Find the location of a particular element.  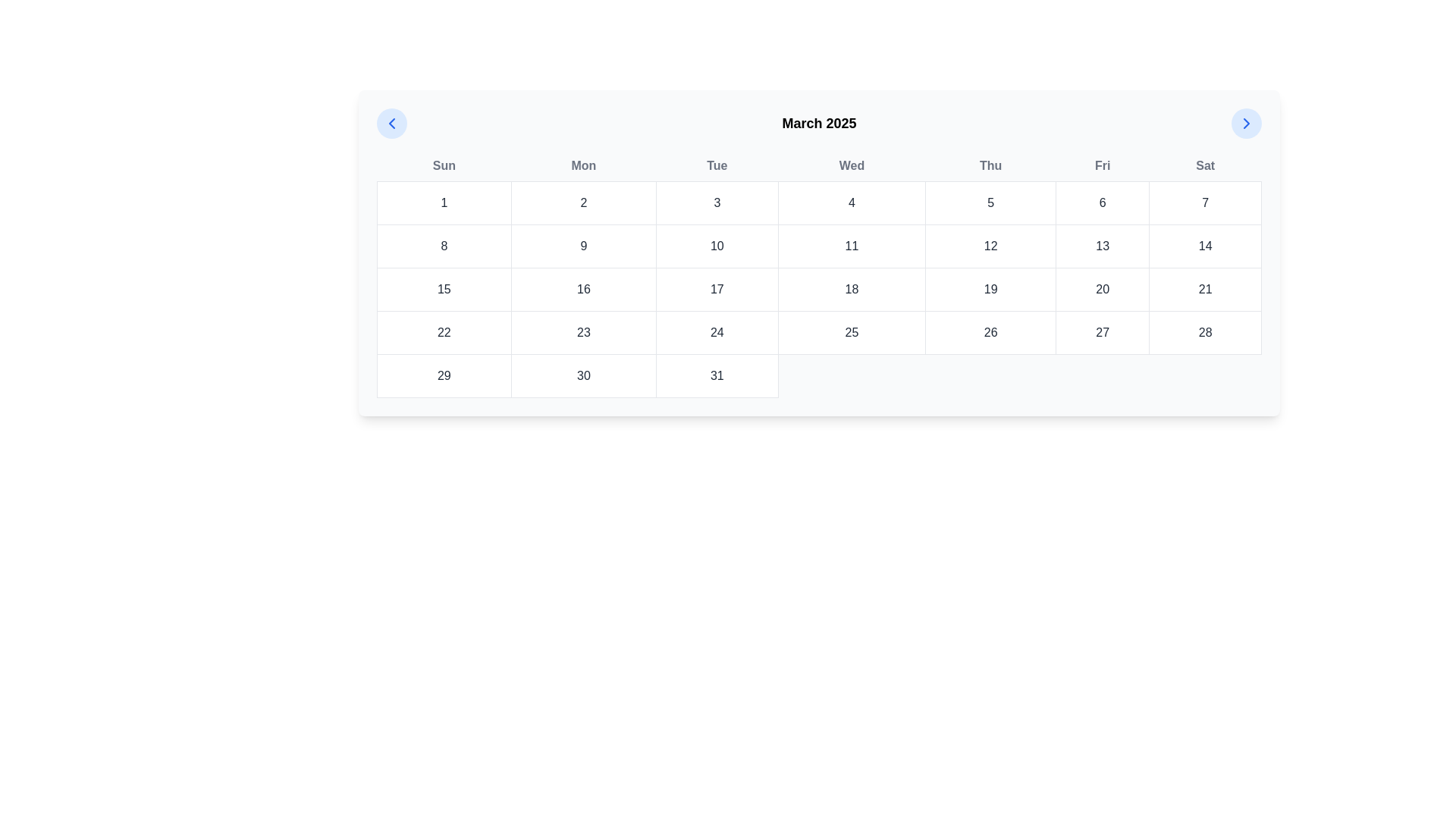

the button displaying the number '11' is located at coordinates (852, 245).